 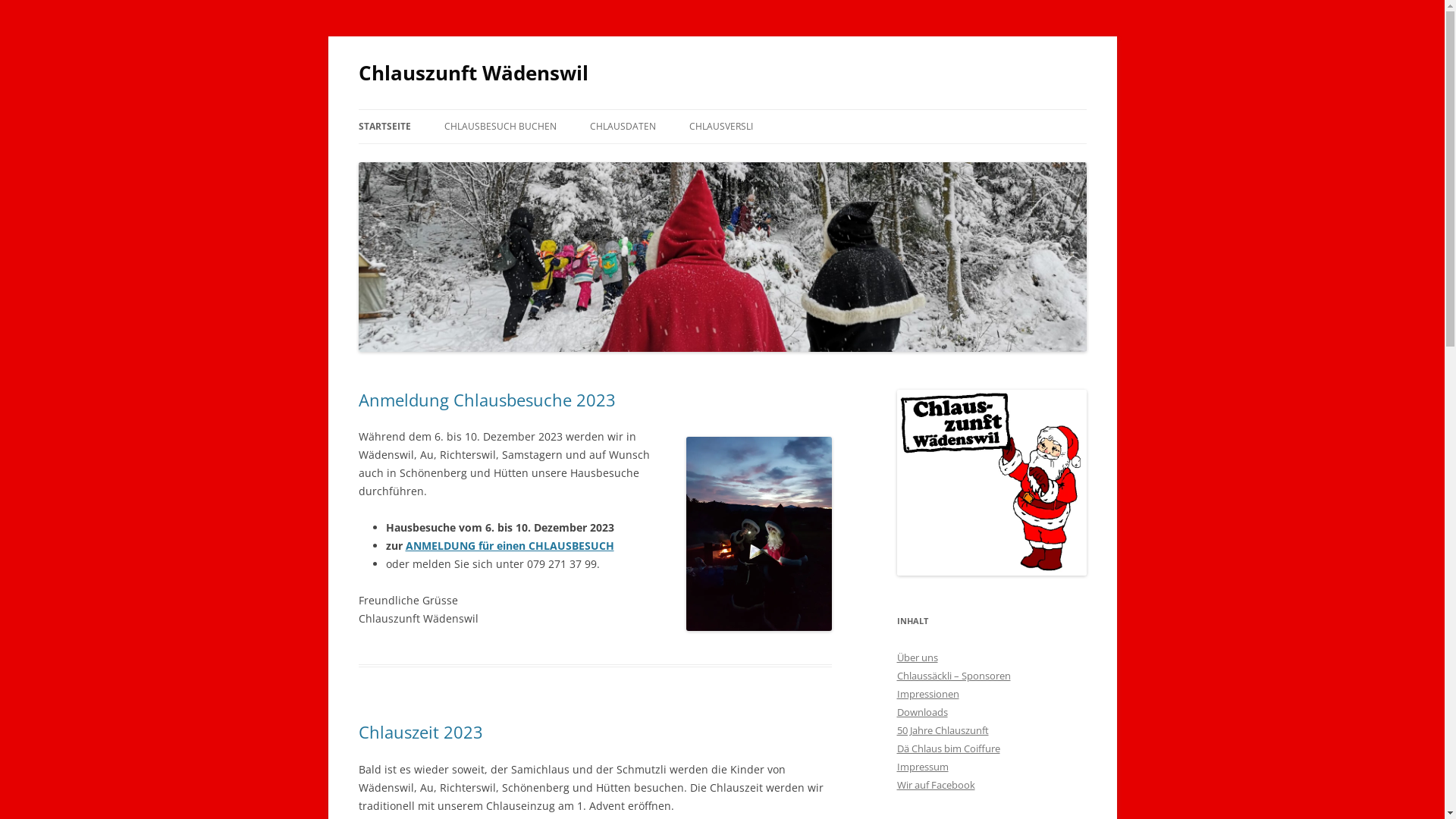 What do you see at coordinates (623, 125) in the screenshot?
I see `'CHLAUSDATEN'` at bounding box center [623, 125].